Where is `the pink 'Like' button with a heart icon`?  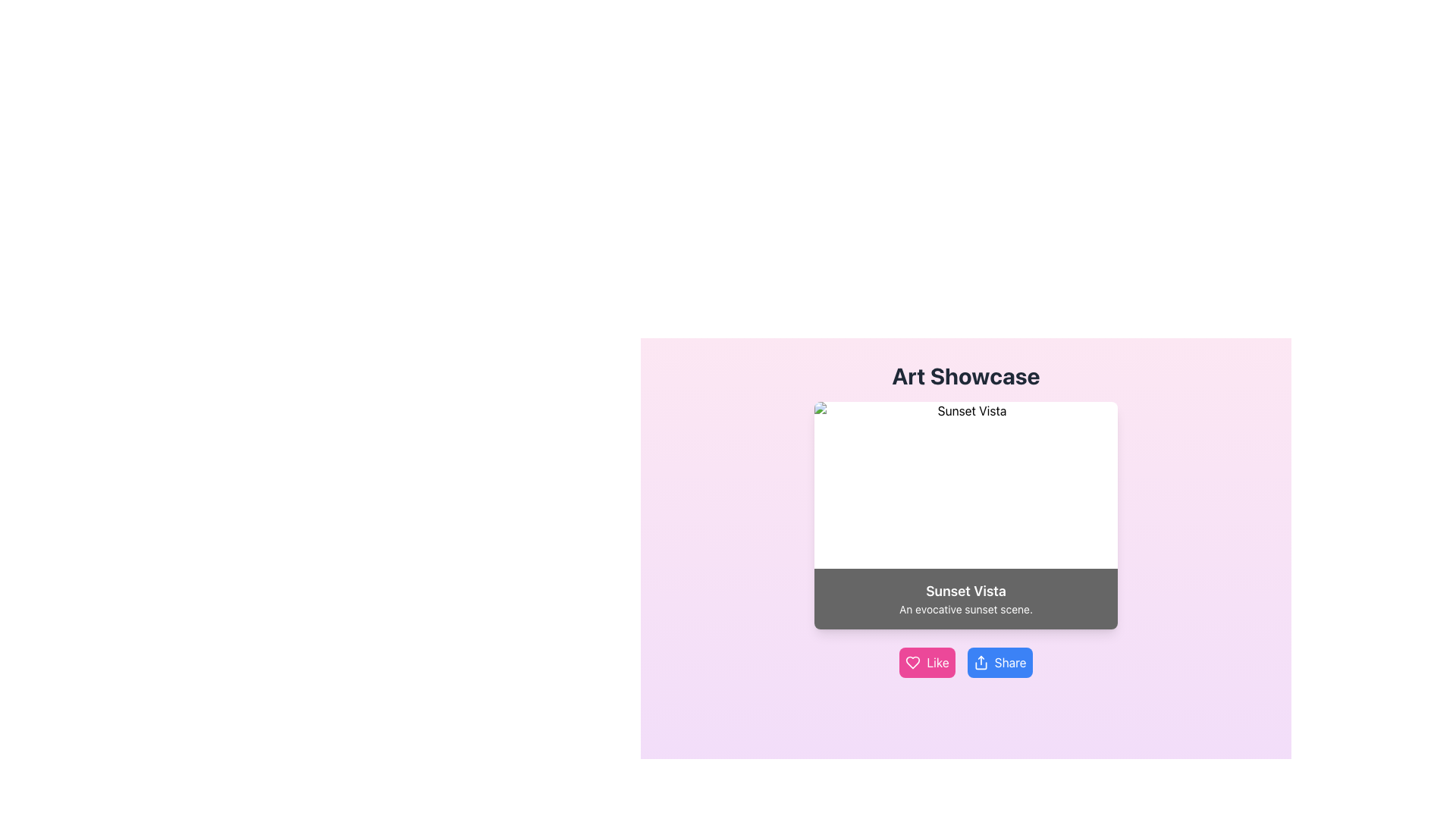
the pink 'Like' button with a heart icon is located at coordinates (927, 662).